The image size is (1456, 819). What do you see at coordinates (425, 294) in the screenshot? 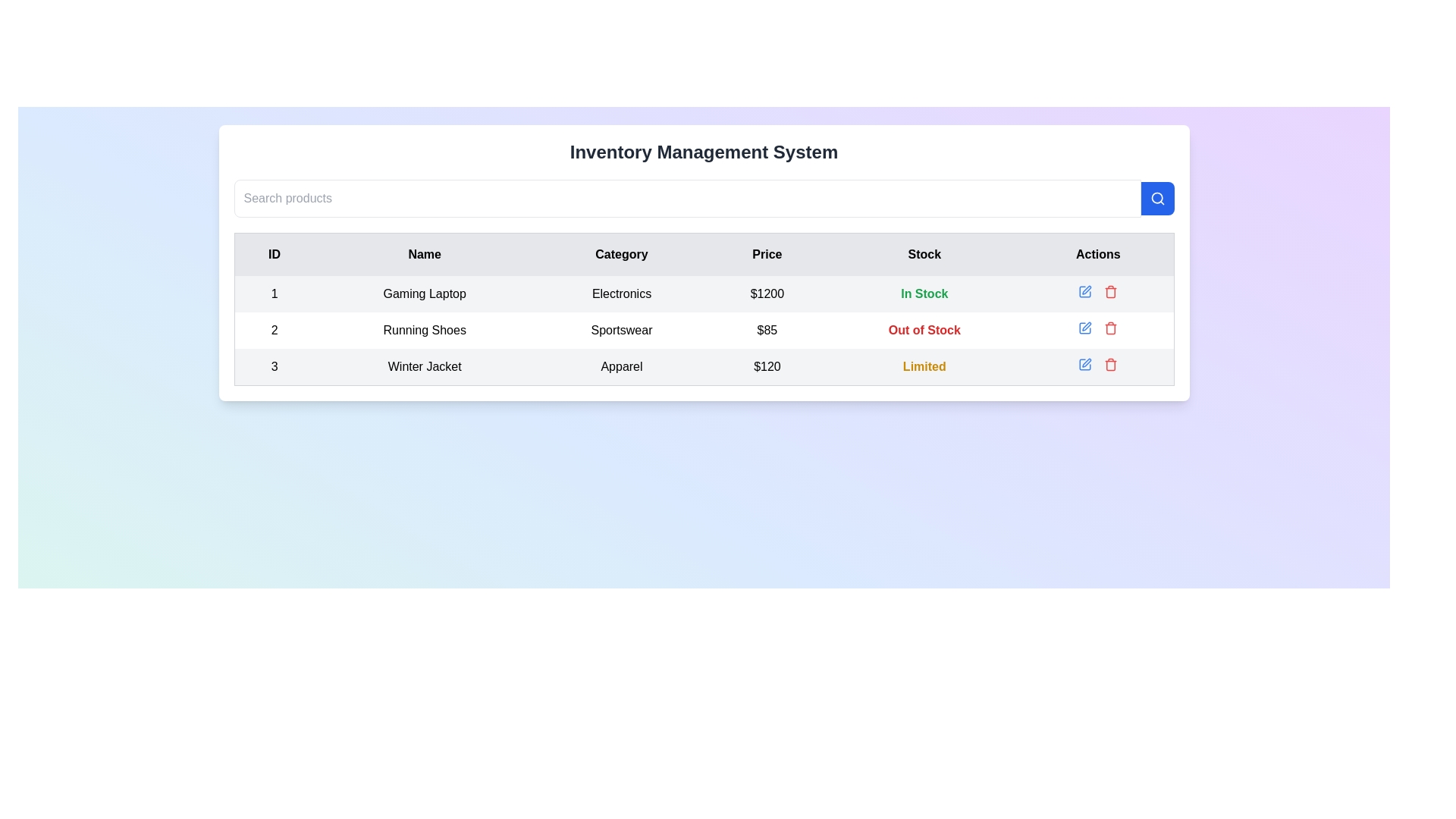
I see `the text label displaying the title 'Gaming Laptop', which is centered in its cell with a light gray background in the inventory table` at bounding box center [425, 294].